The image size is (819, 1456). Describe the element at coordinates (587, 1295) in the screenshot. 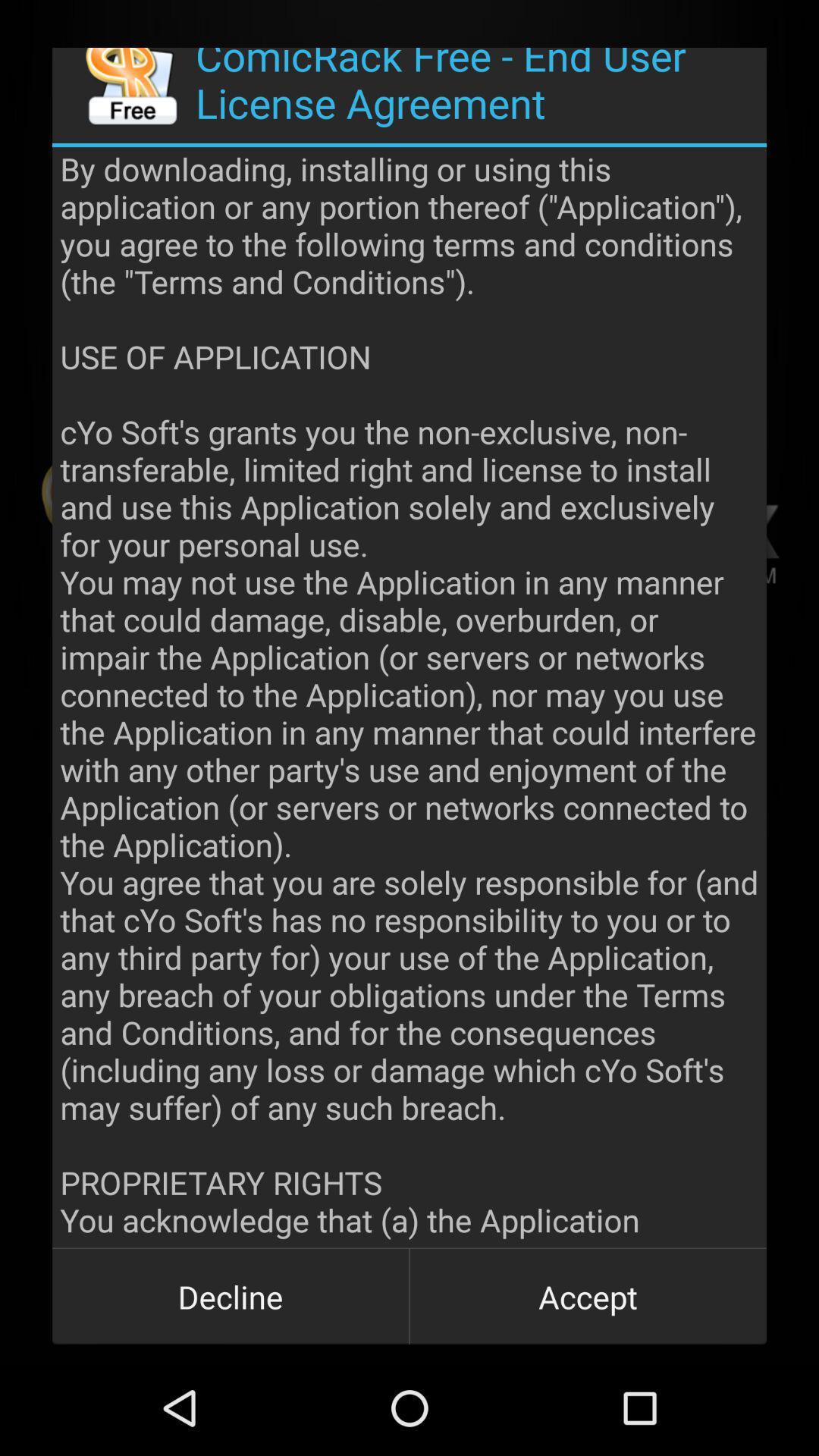

I see `item below the by downloading installing icon` at that location.